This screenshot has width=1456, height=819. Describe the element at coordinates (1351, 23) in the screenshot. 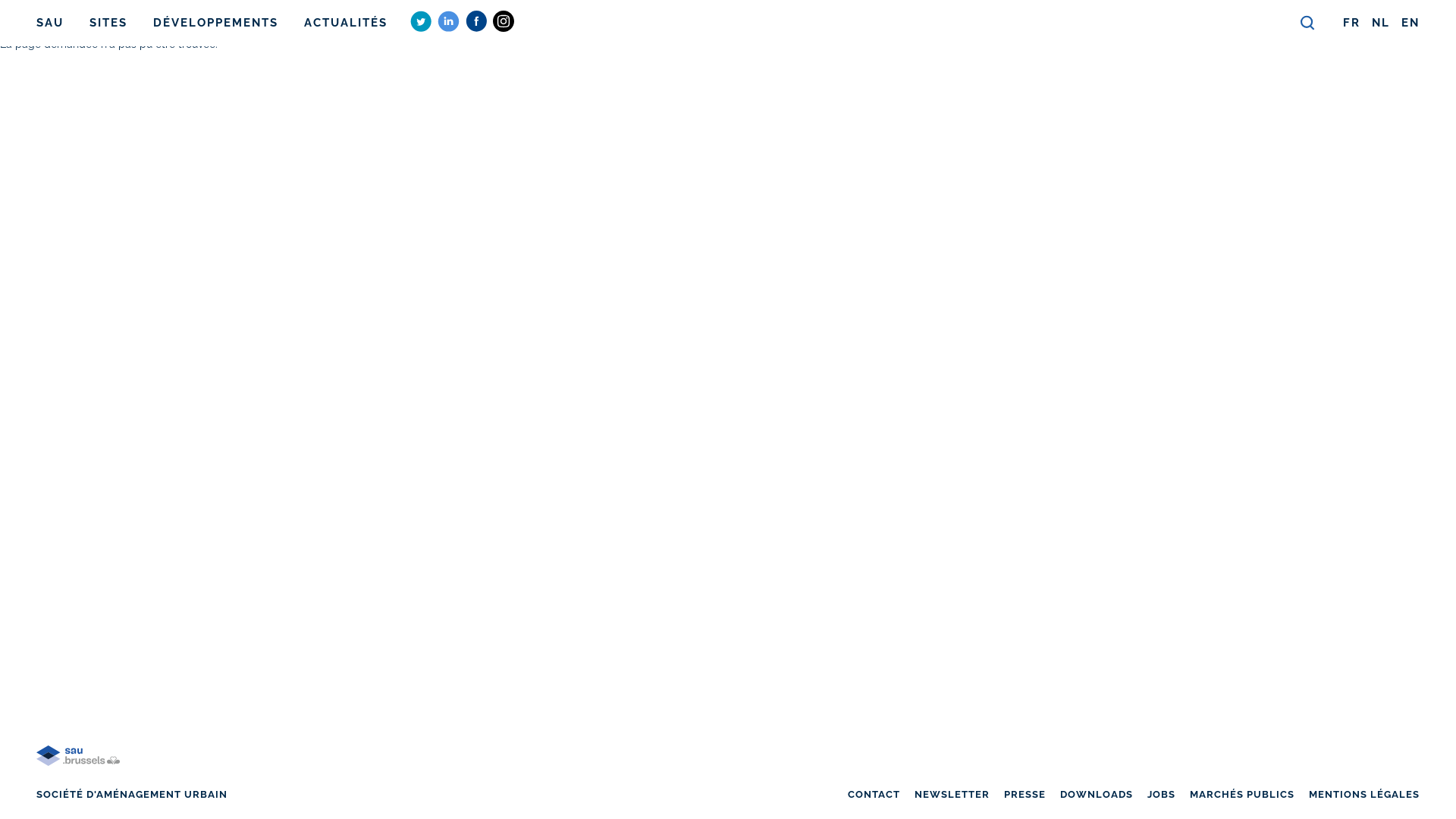

I see `'FR'` at that location.